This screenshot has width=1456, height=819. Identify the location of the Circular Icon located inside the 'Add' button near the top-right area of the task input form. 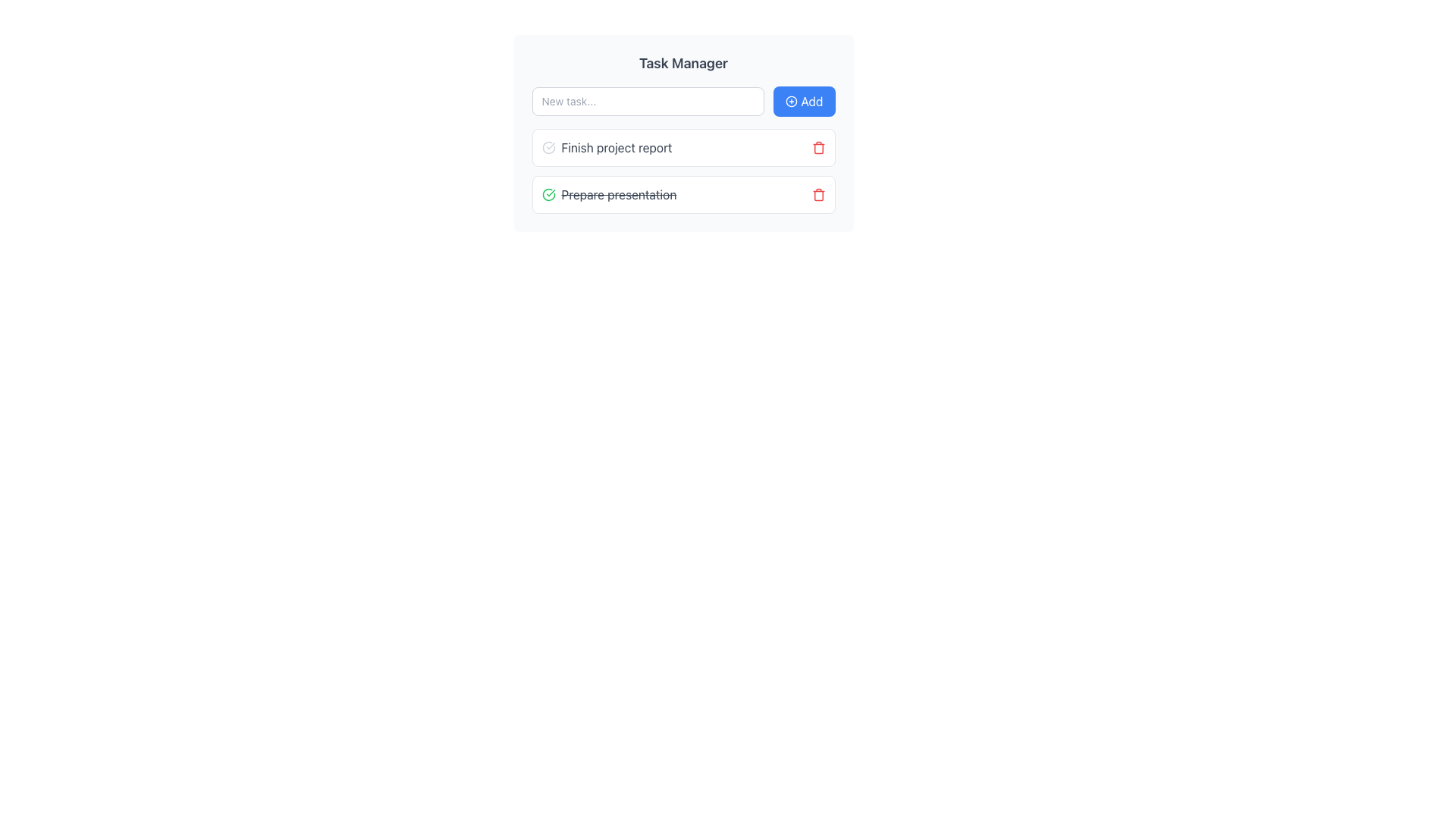
(791, 102).